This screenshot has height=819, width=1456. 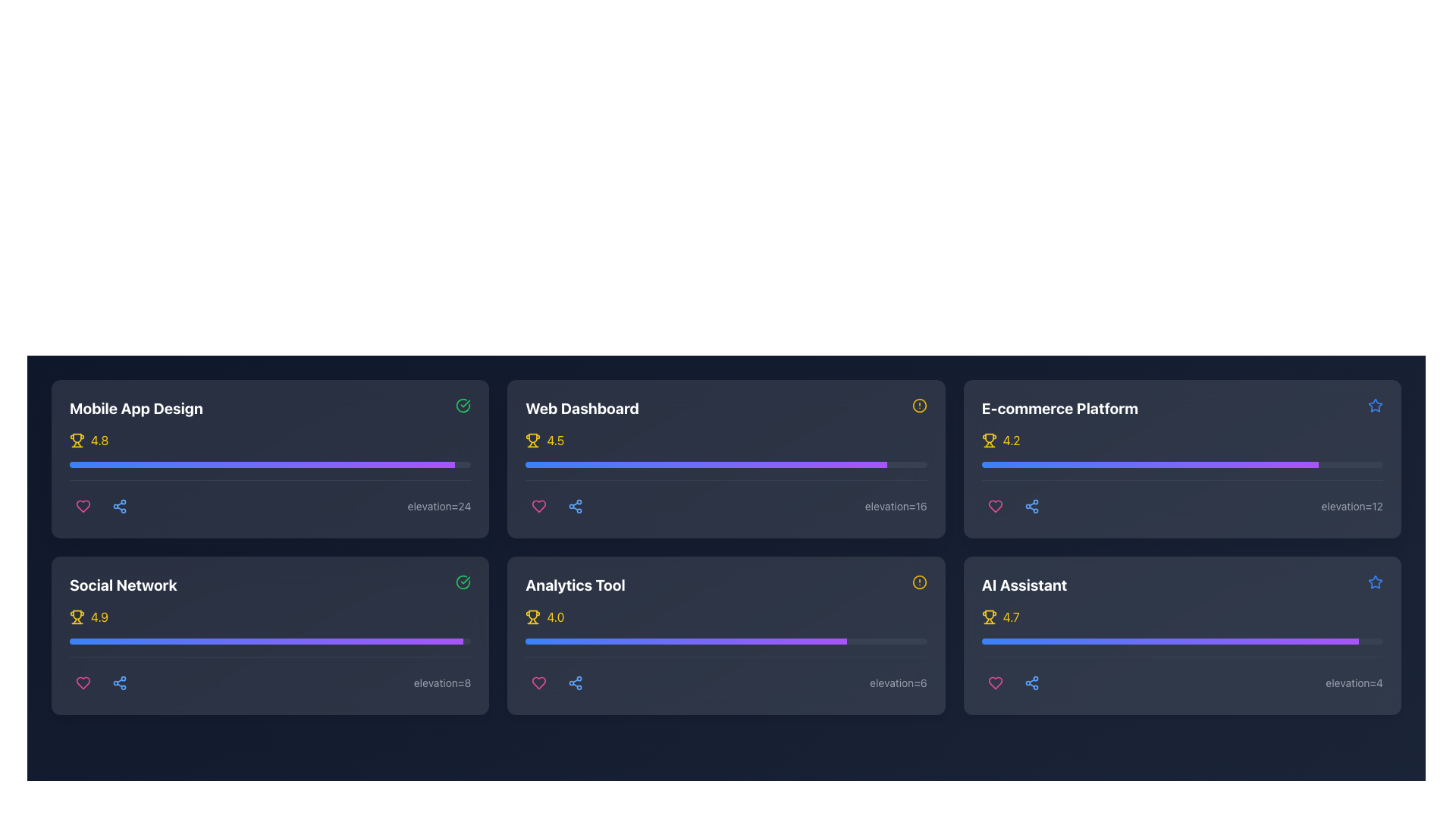 I want to click on the SVG Icon located in the lower portion of the 'Mobile App Design' card, positioned slightly to the right of center and directly under the rating bar, so click(x=119, y=506).